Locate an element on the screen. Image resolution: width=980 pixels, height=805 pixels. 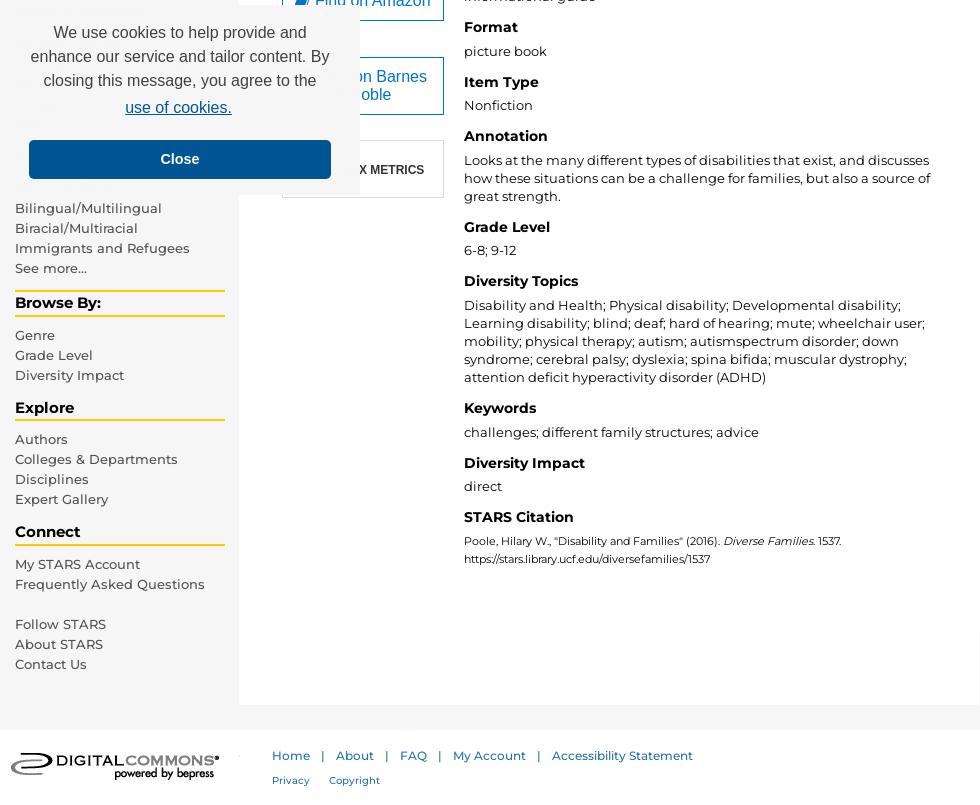
'Health & Disability' is located at coordinates (79, 11).